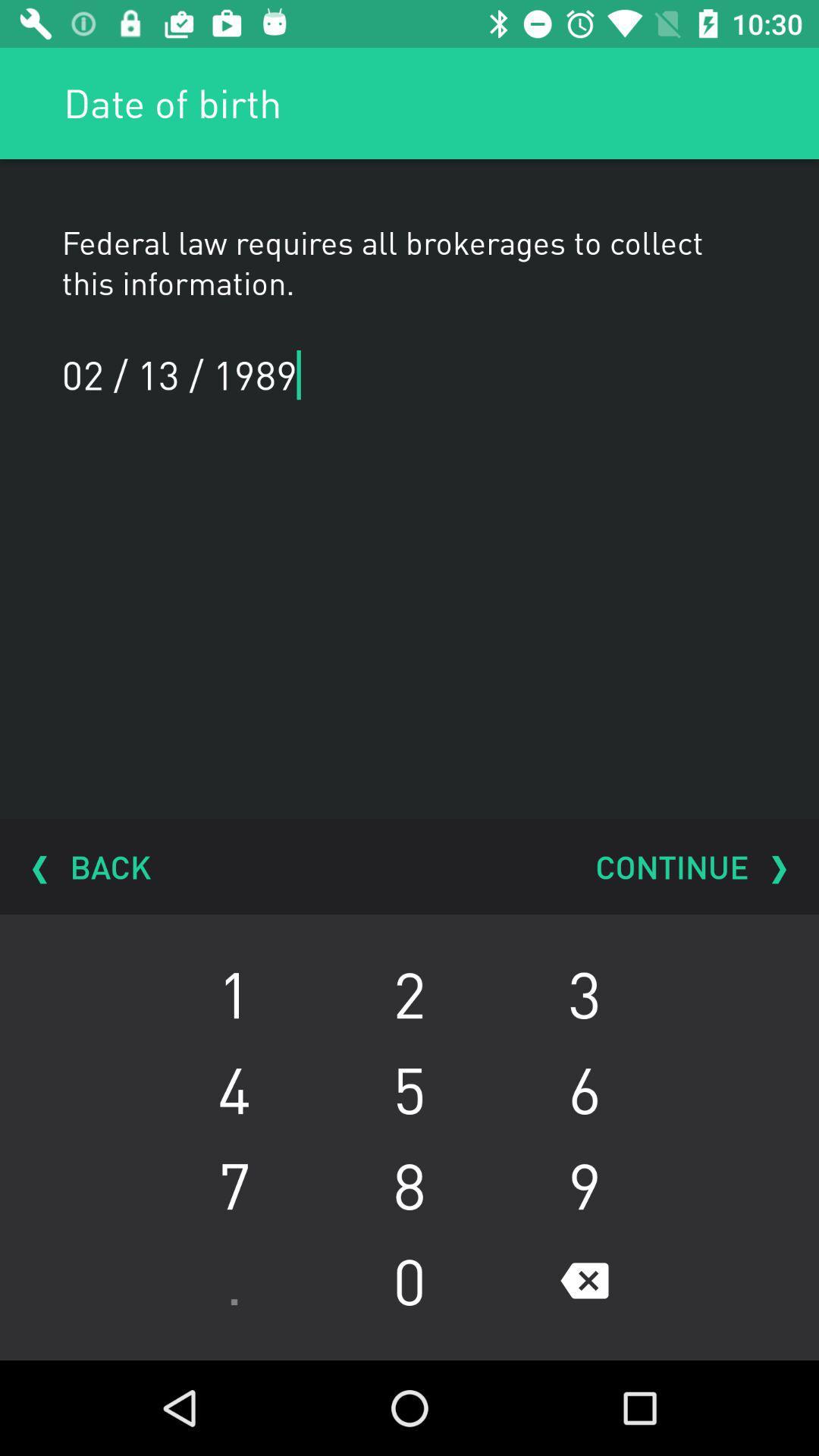  What do you see at coordinates (584, 1088) in the screenshot?
I see `item next to 2 icon` at bounding box center [584, 1088].